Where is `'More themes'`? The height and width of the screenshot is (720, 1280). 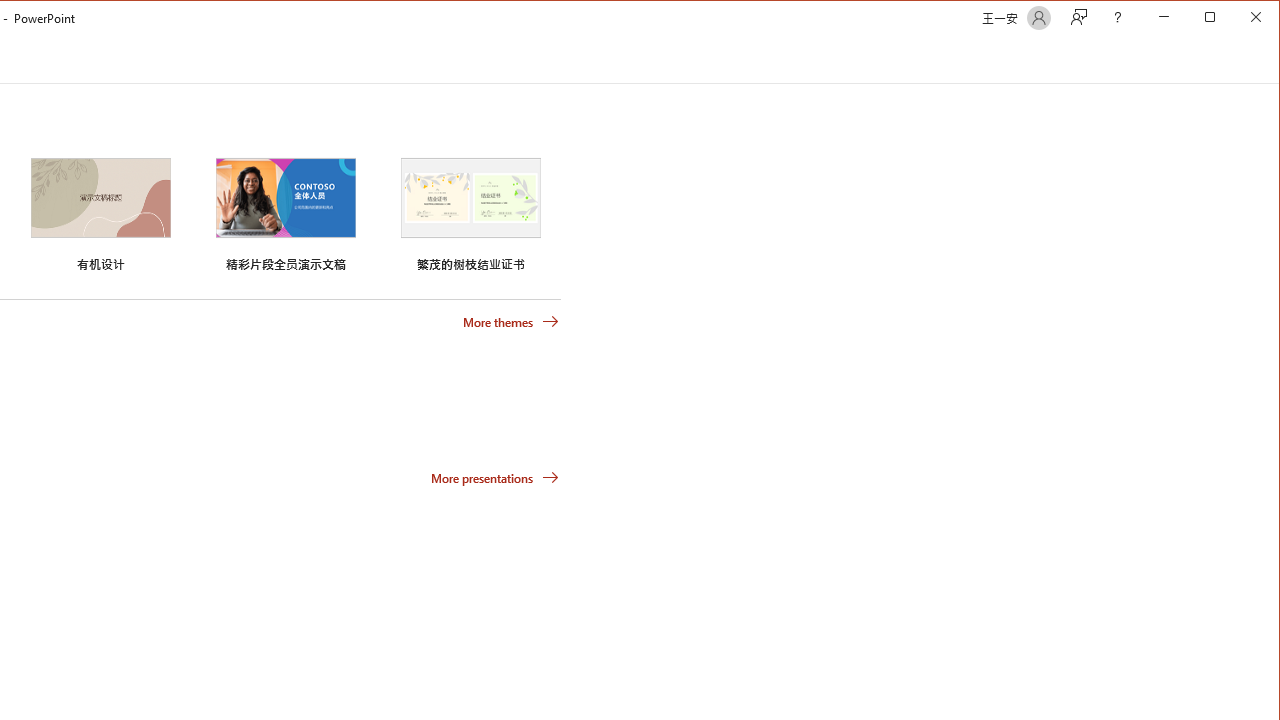
'More themes' is located at coordinates (510, 320).